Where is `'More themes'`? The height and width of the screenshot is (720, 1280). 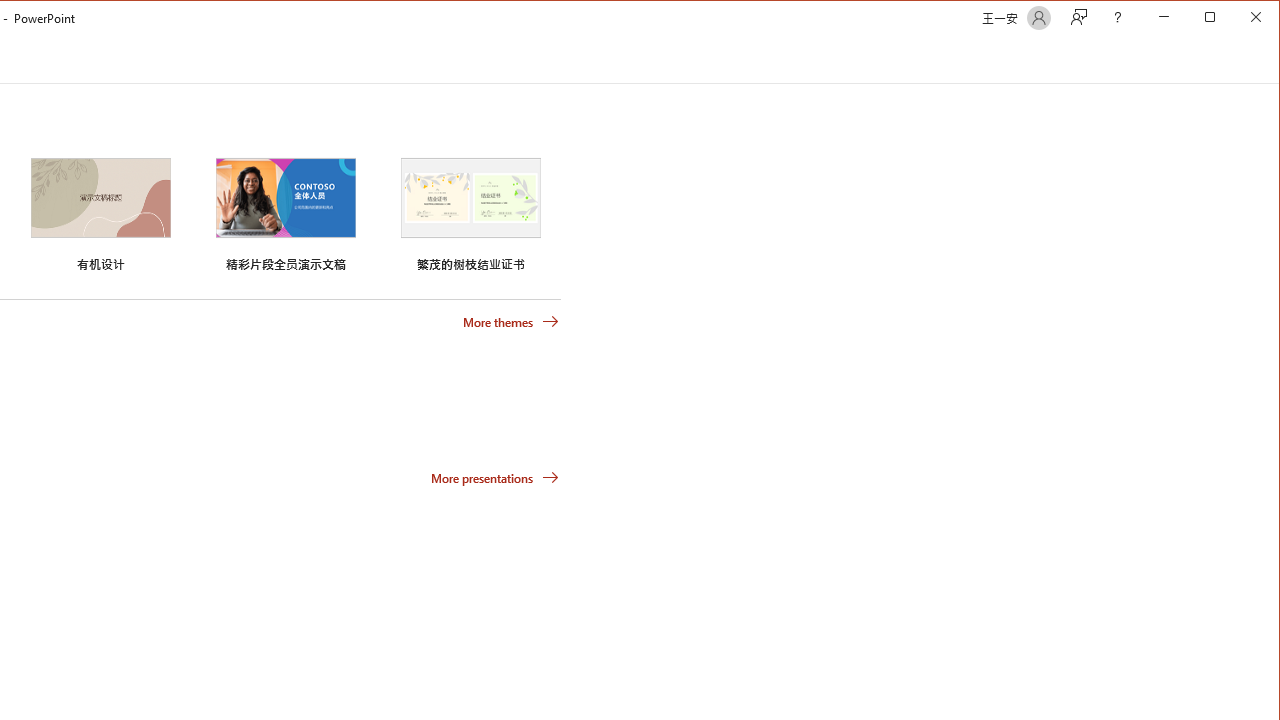
'More themes' is located at coordinates (510, 320).